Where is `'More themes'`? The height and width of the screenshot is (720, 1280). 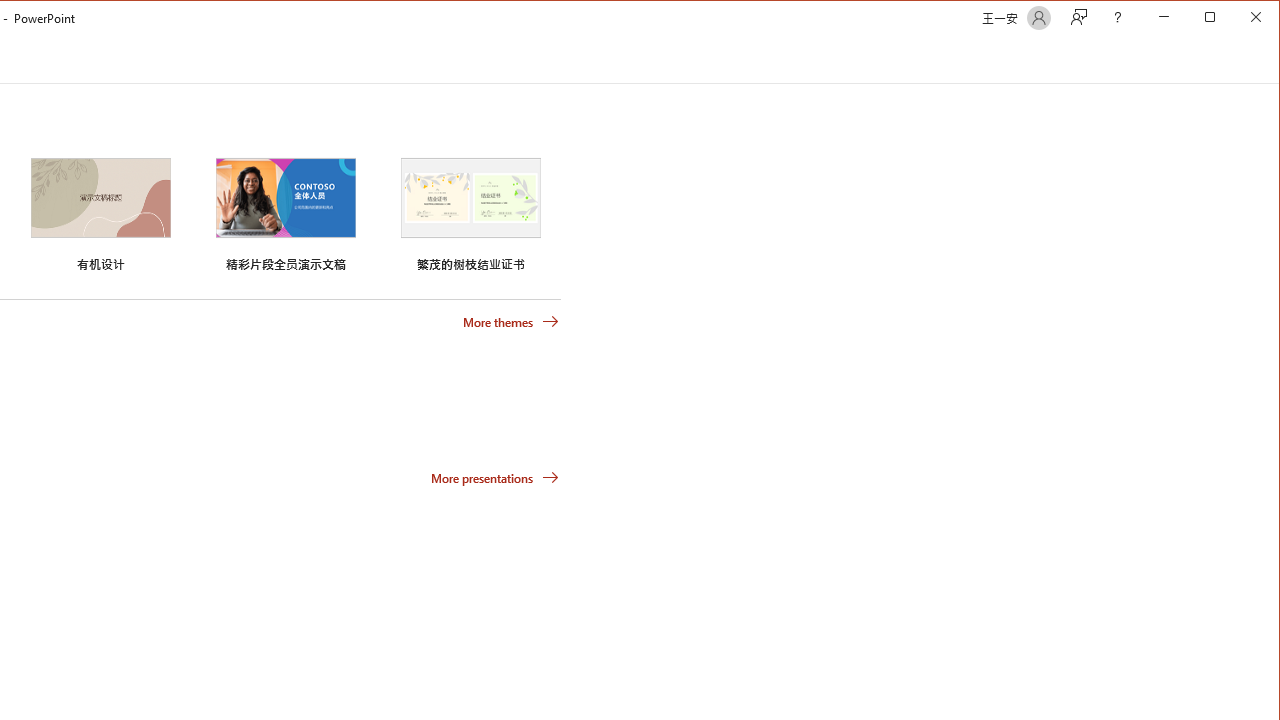
'More themes' is located at coordinates (510, 320).